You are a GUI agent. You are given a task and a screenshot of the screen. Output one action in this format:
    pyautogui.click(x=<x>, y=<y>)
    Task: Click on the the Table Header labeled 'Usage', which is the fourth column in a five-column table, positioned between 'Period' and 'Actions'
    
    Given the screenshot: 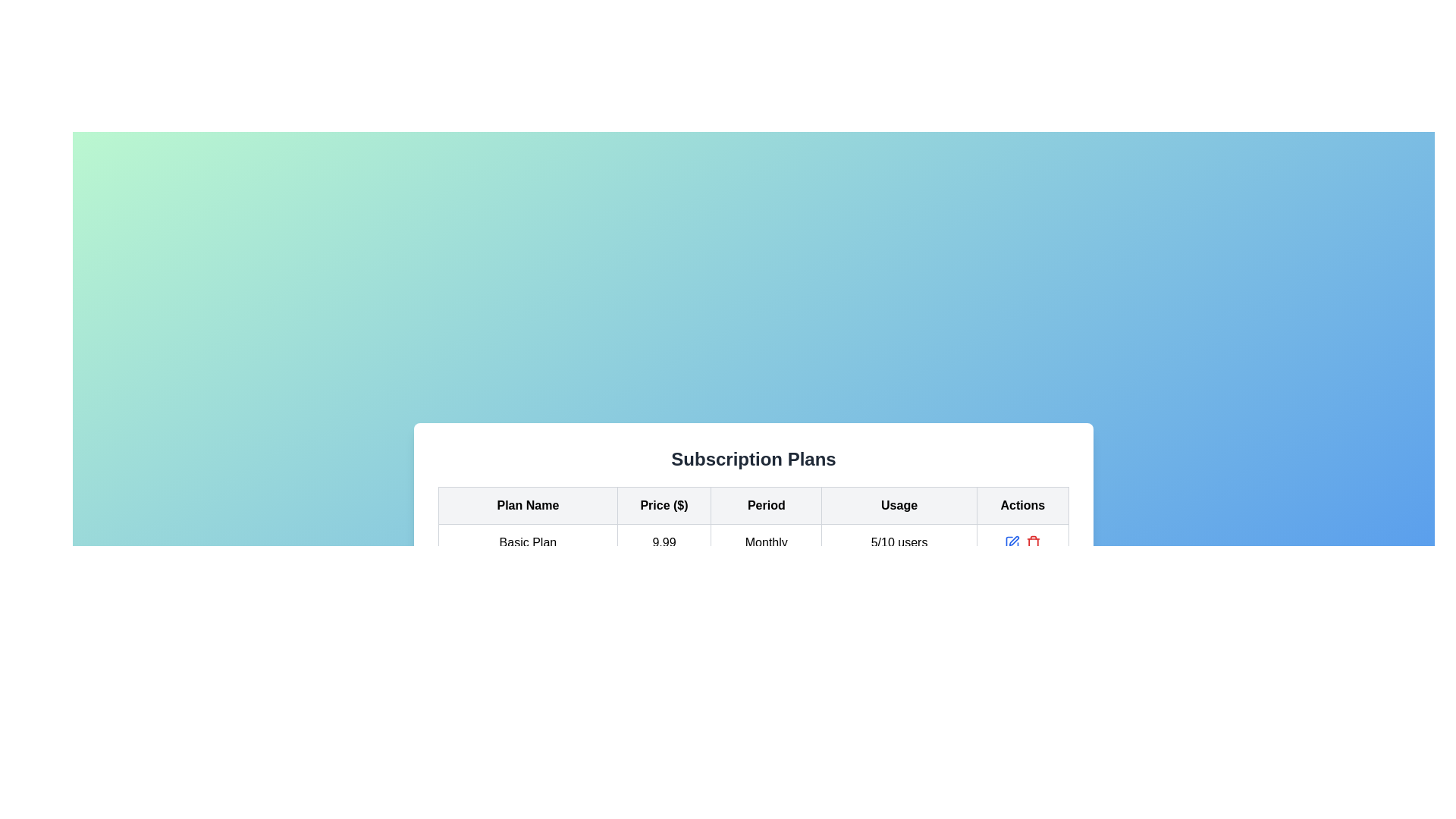 What is the action you would take?
    pyautogui.click(x=899, y=505)
    